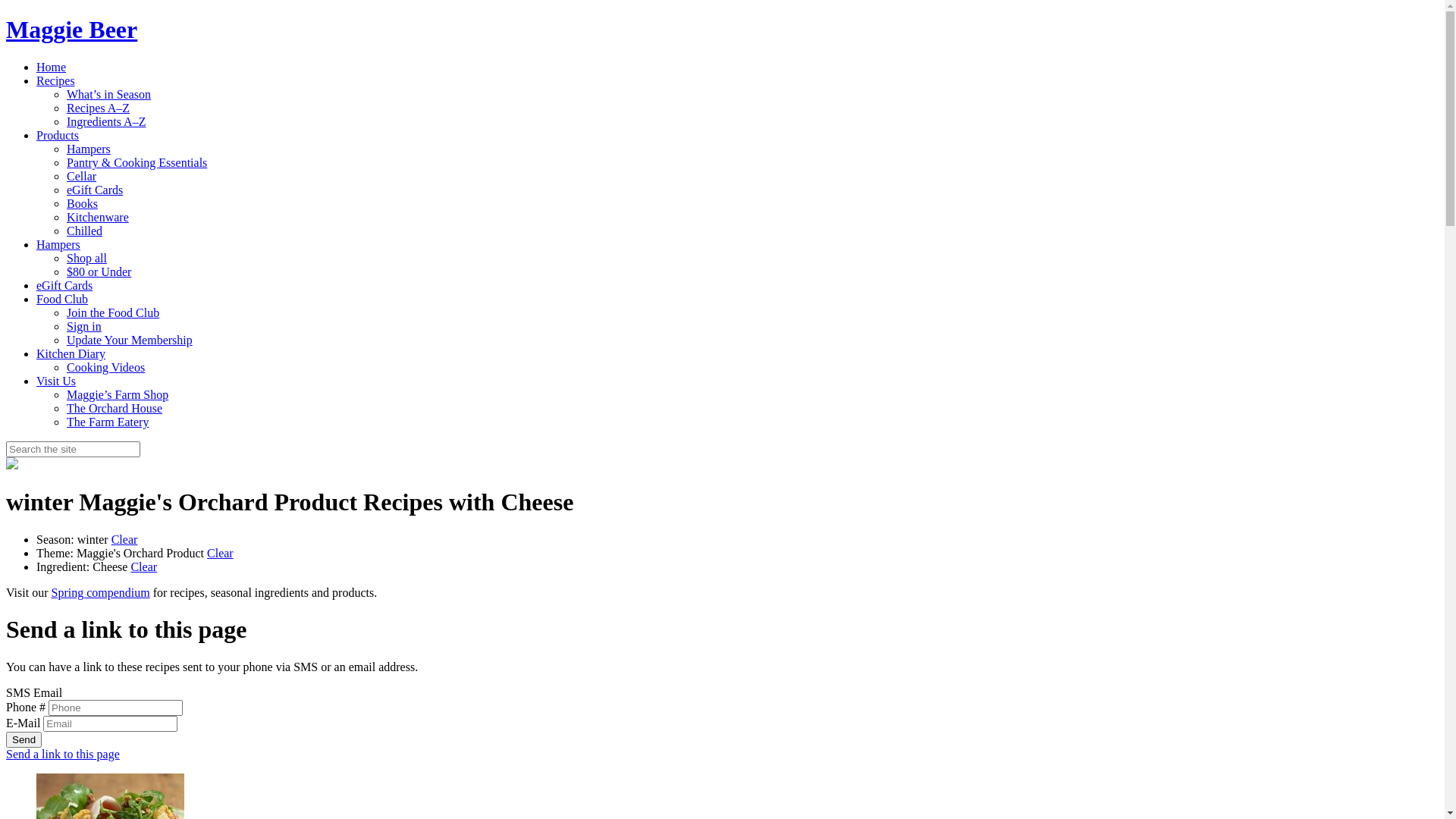 The image size is (1456, 819). Describe the element at coordinates (136, 162) in the screenshot. I see `'Pantry & Cooking Essentials'` at that location.